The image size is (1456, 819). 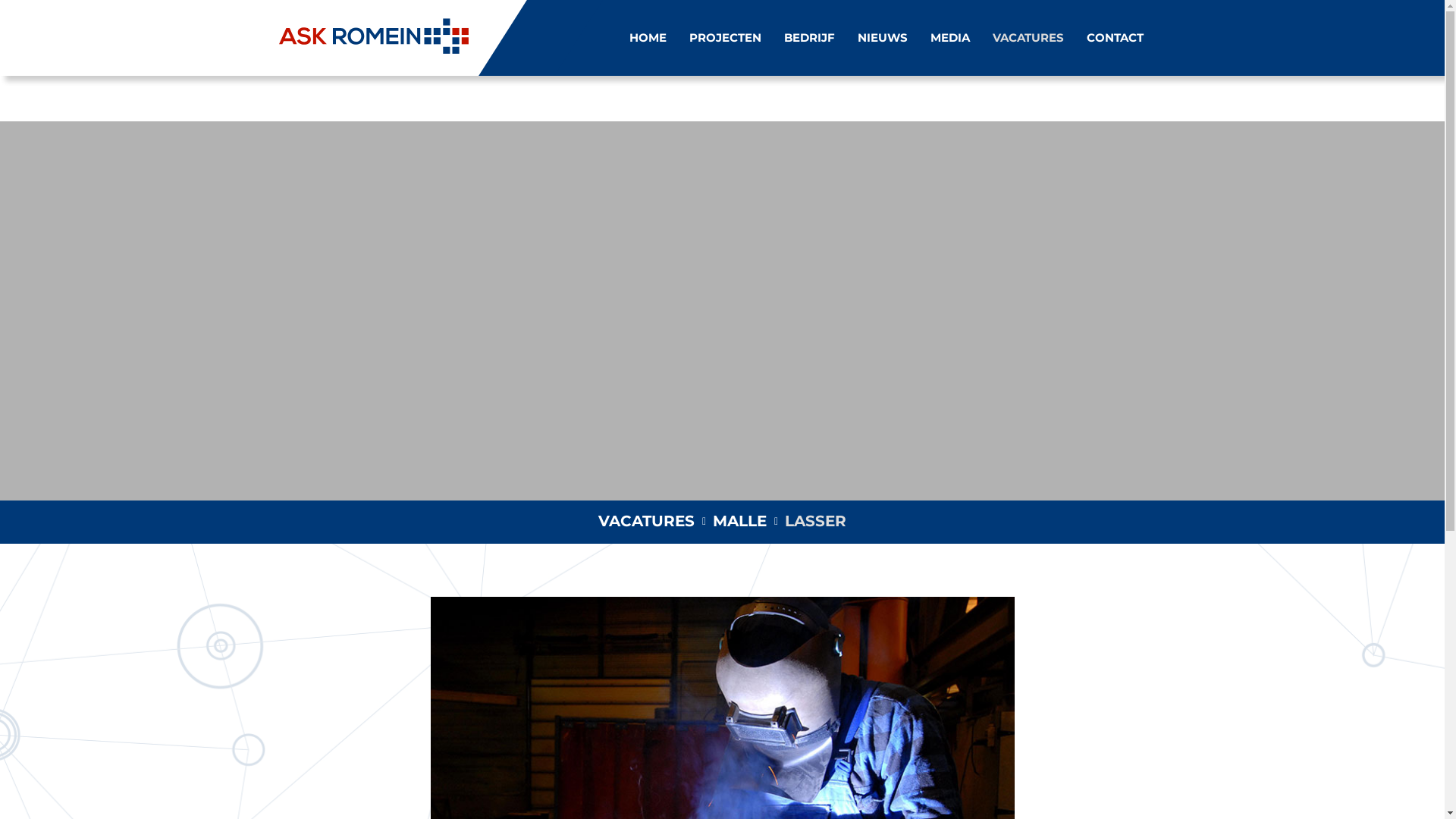 I want to click on 'HOME', so click(x=629, y=37).